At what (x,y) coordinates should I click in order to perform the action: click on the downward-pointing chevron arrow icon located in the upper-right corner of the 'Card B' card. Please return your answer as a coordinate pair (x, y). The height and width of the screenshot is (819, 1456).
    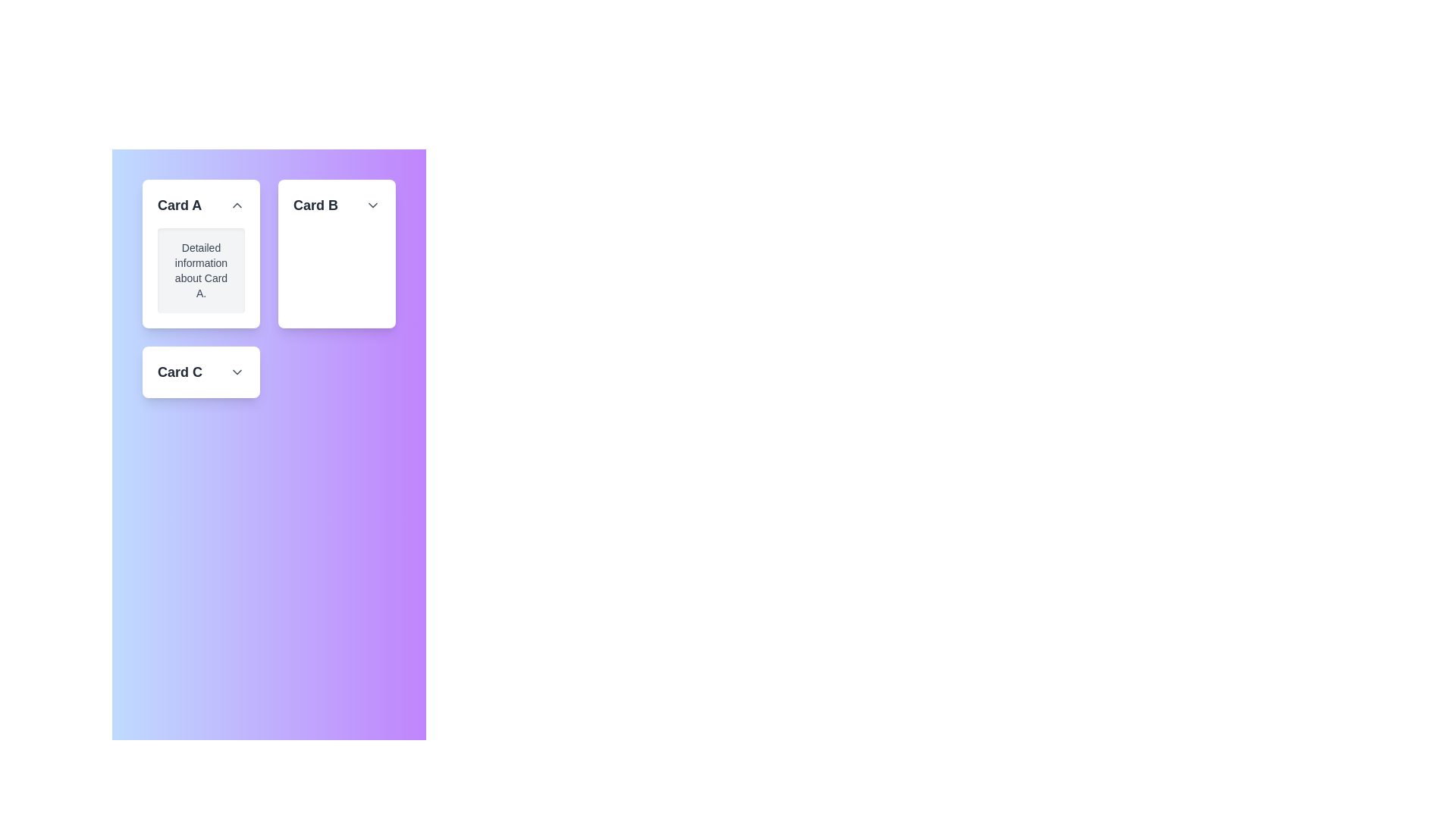
    Looking at the image, I should click on (372, 205).